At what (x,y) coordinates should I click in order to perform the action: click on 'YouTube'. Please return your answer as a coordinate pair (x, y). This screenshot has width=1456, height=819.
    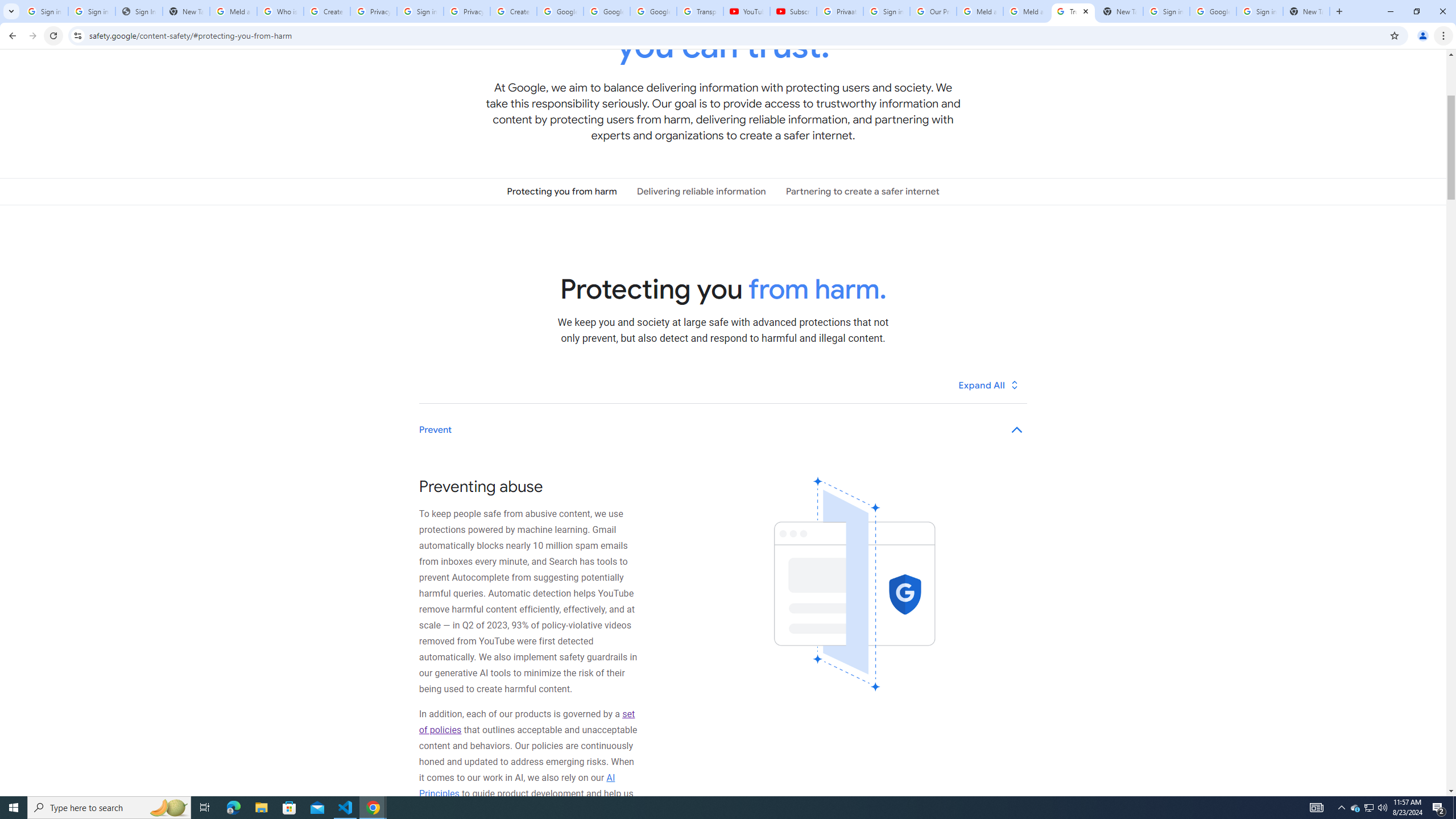
    Looking at the image, I should click on (746, 11).